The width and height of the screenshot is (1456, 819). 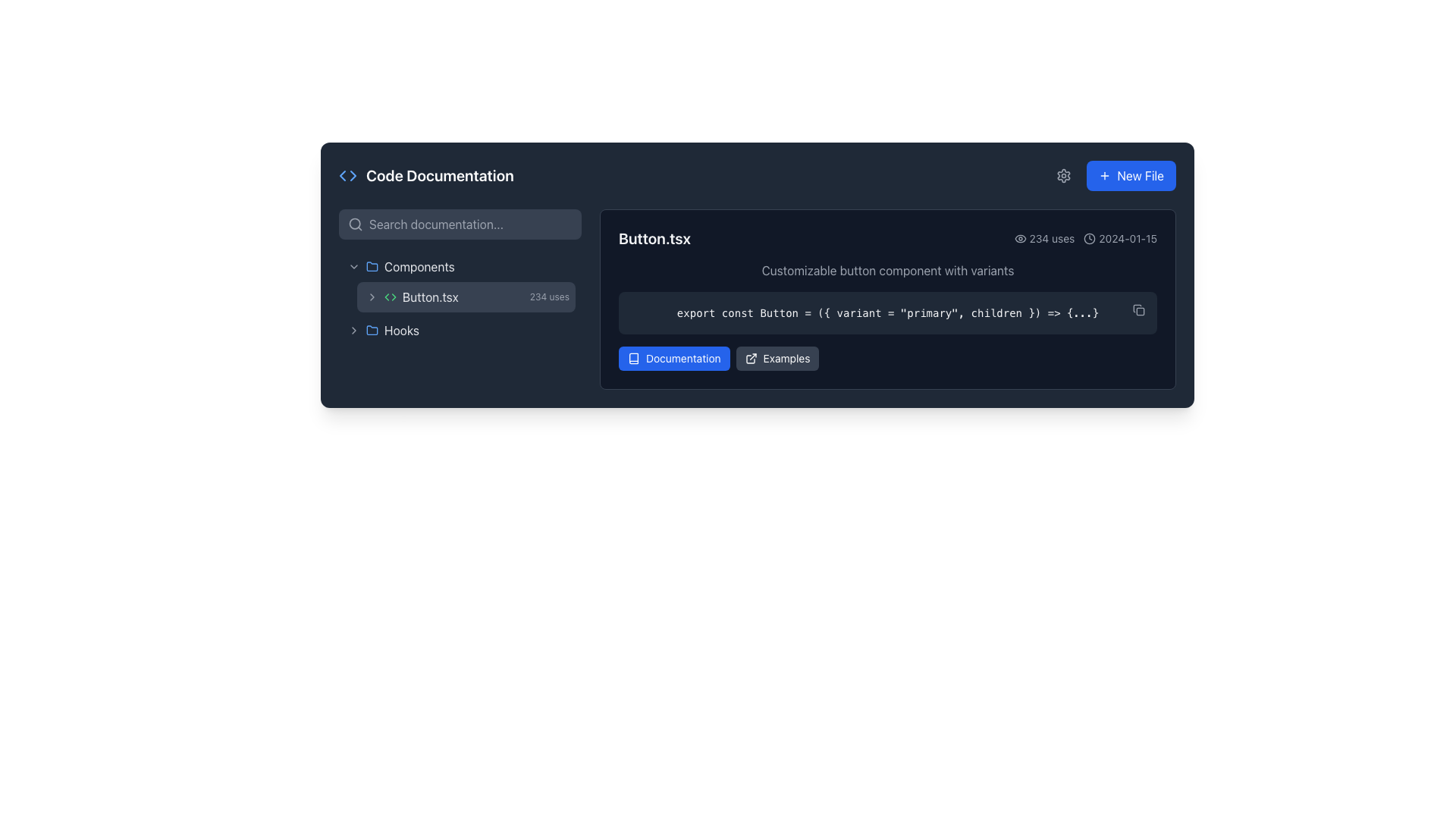 What do you see at coordinates (353, 329) in the screenshot?
I see `the chevron icon` at bounding box center [353, 329].